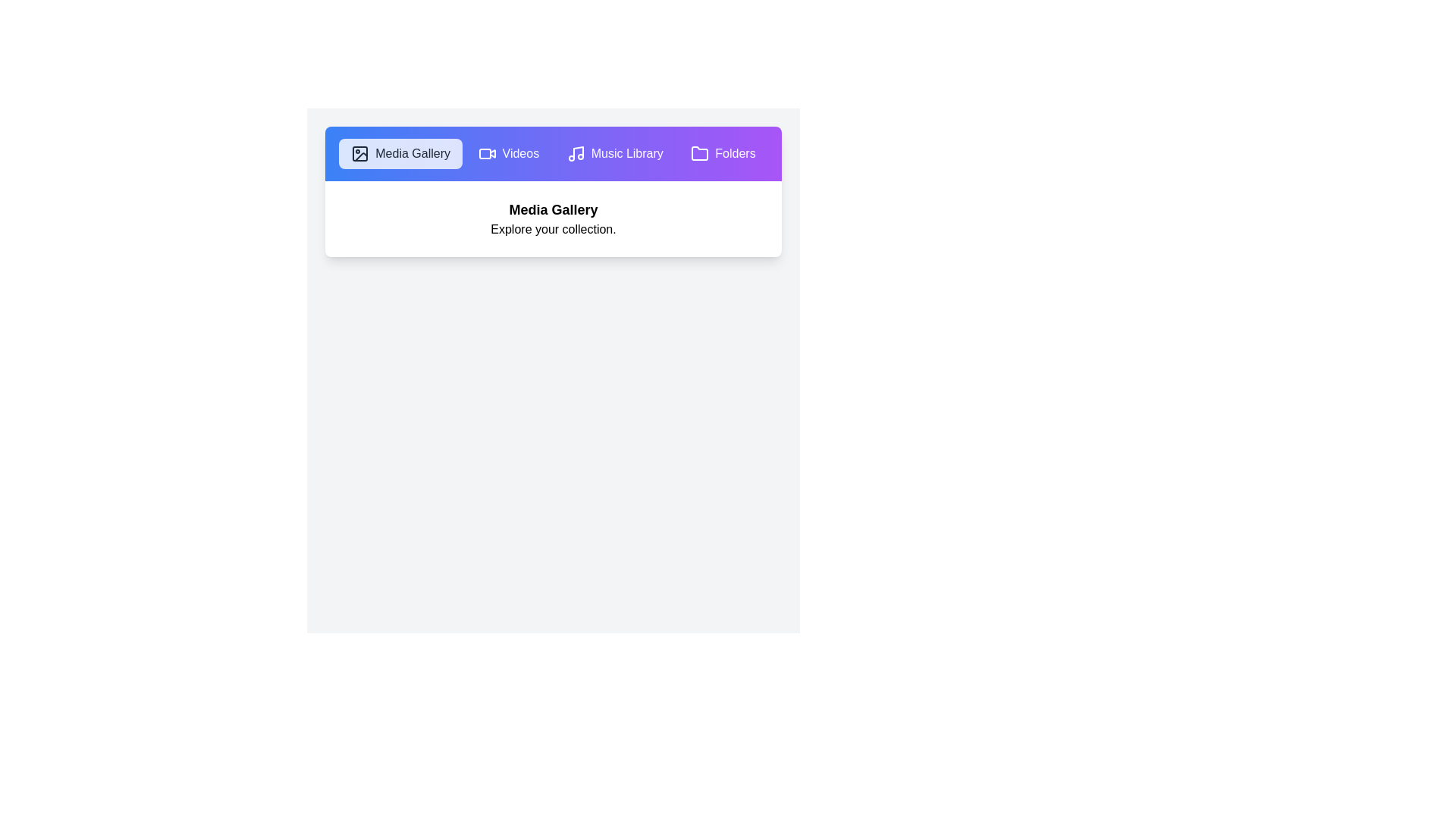  What do you see at coordinates (698, 152) in the screenshot?
I see `the 'Folders' icon in the navigation menu` at bounding box center [698, 152].